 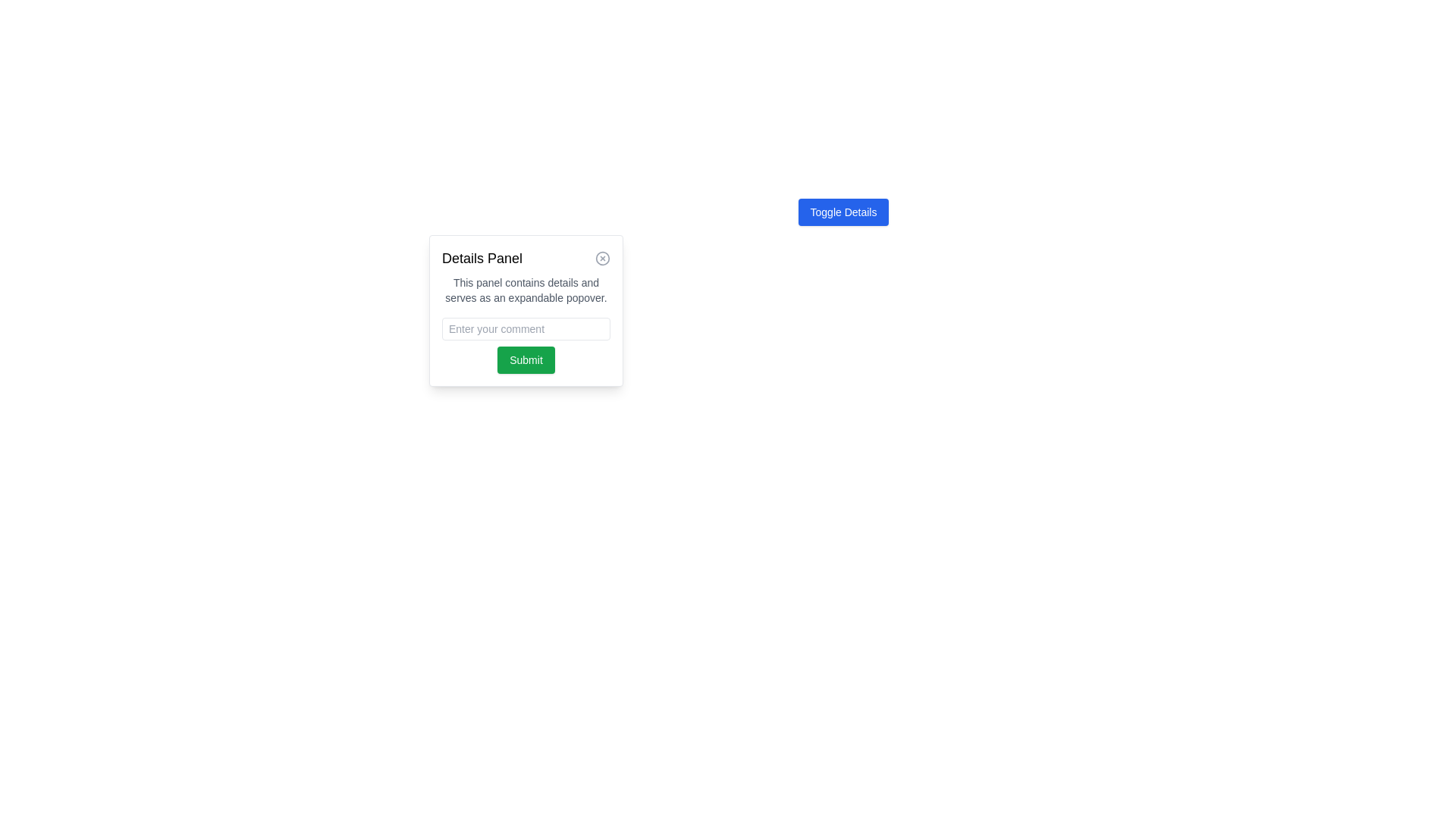 What do you see at coordinates (602, 257) in the screenshot?
I see `the circular gray button with a close (X) icon located in the top-right corner of the 'Details Panel' card` at bounding box center [602, 257].